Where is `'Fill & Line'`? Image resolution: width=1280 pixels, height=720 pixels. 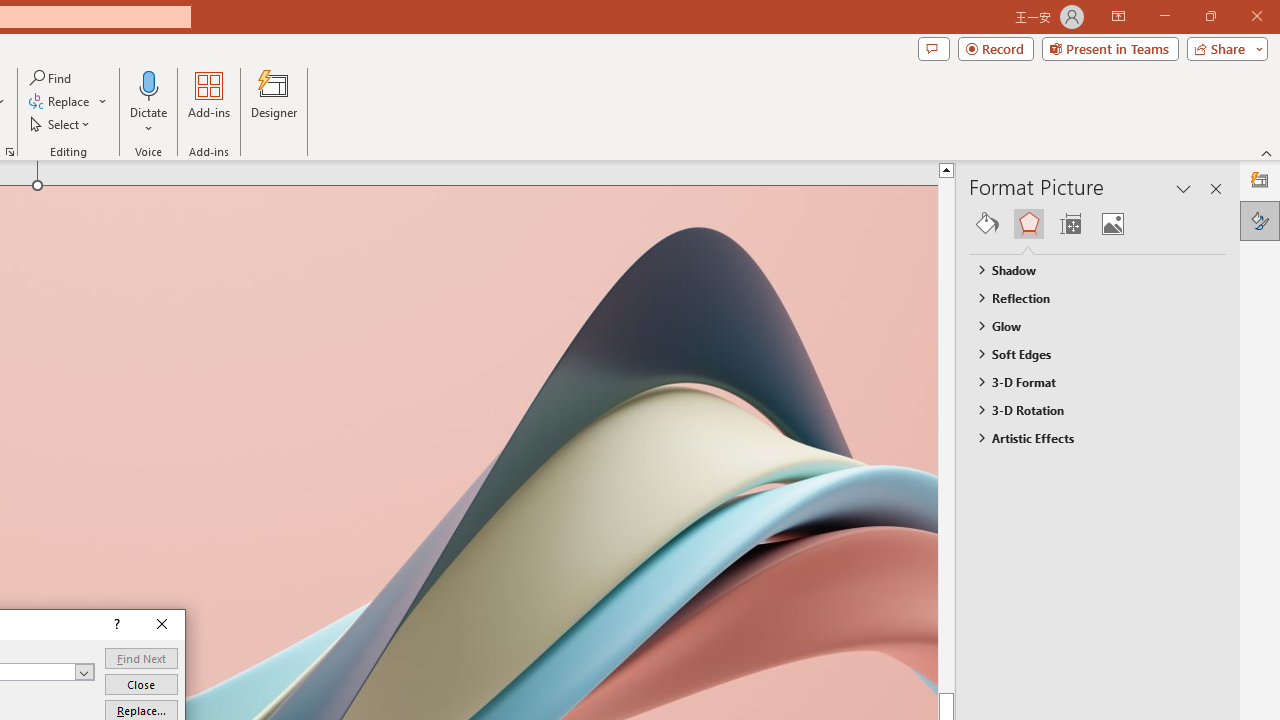 'Fill & Line' is located at coordinates (987, 223).